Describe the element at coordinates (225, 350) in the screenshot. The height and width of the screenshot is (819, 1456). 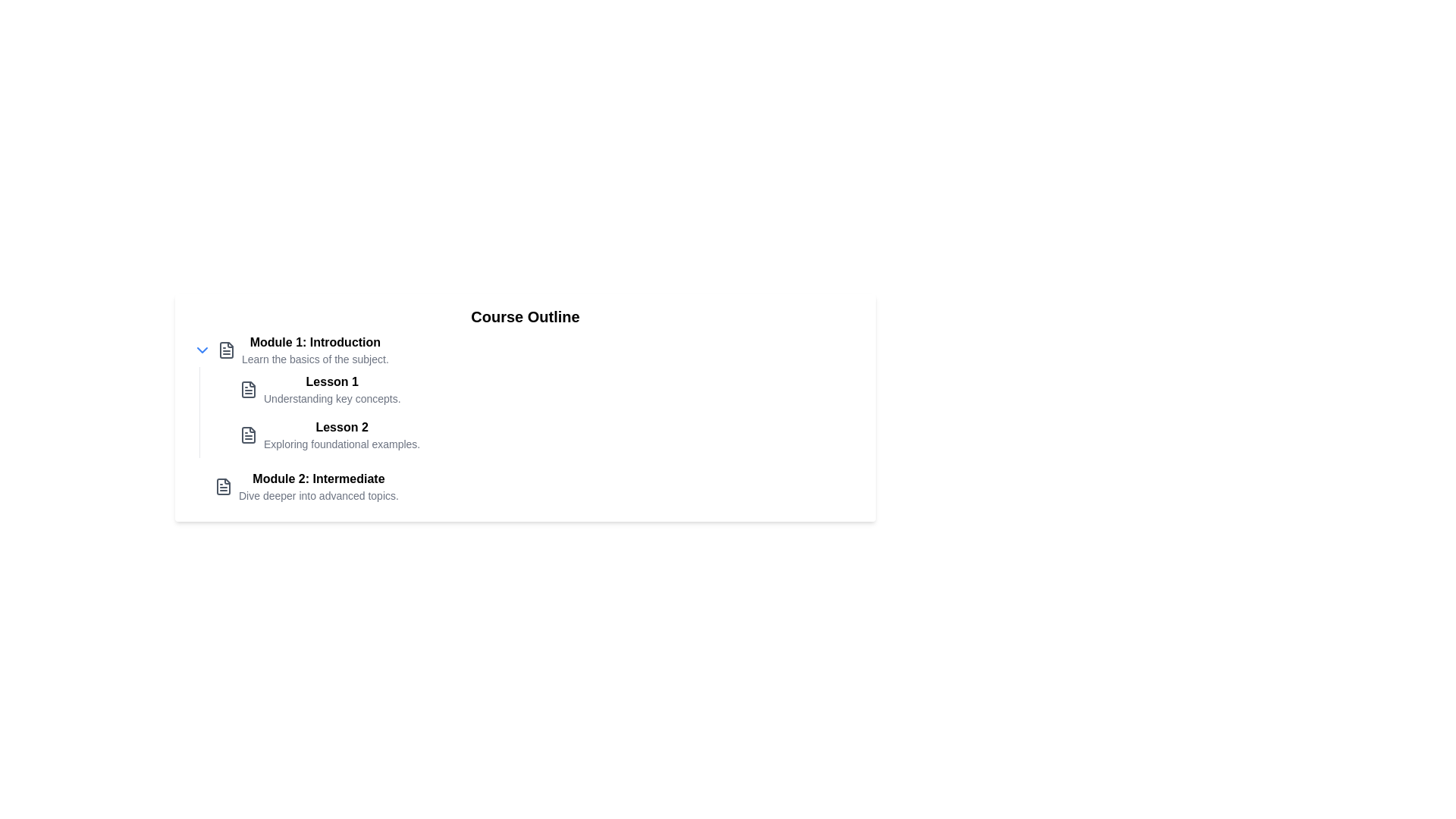
I see `the document or file icon located in the left sidebar associated with the 'Lesson 1' section heading` at that location.